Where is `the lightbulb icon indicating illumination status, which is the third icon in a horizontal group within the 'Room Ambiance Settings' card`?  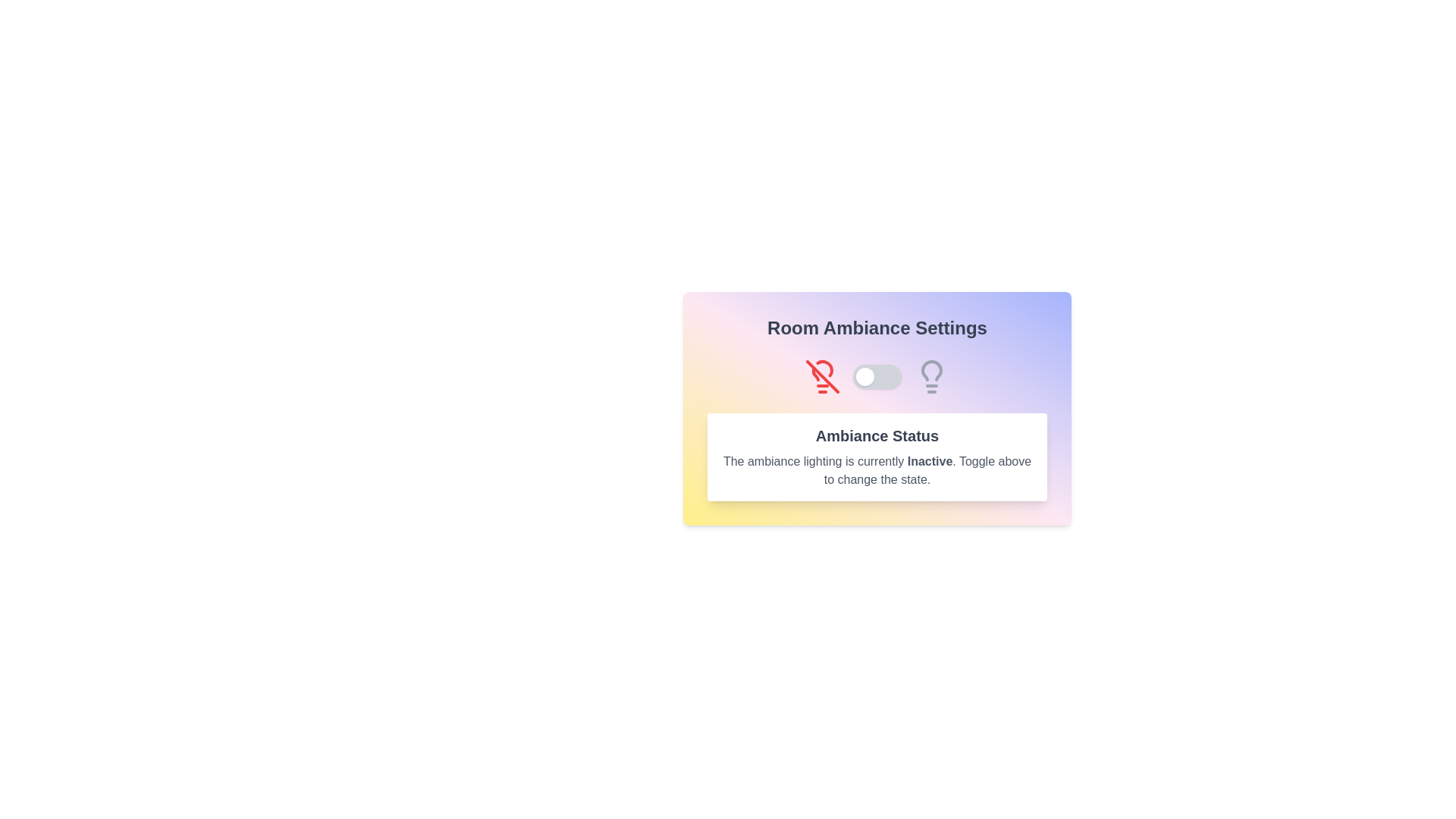 the lightbulb icon indicating illumination status, which is the third icon in a horizontal group within the 'Room Ambiance Settings' card is located at coordinates (930, 376).